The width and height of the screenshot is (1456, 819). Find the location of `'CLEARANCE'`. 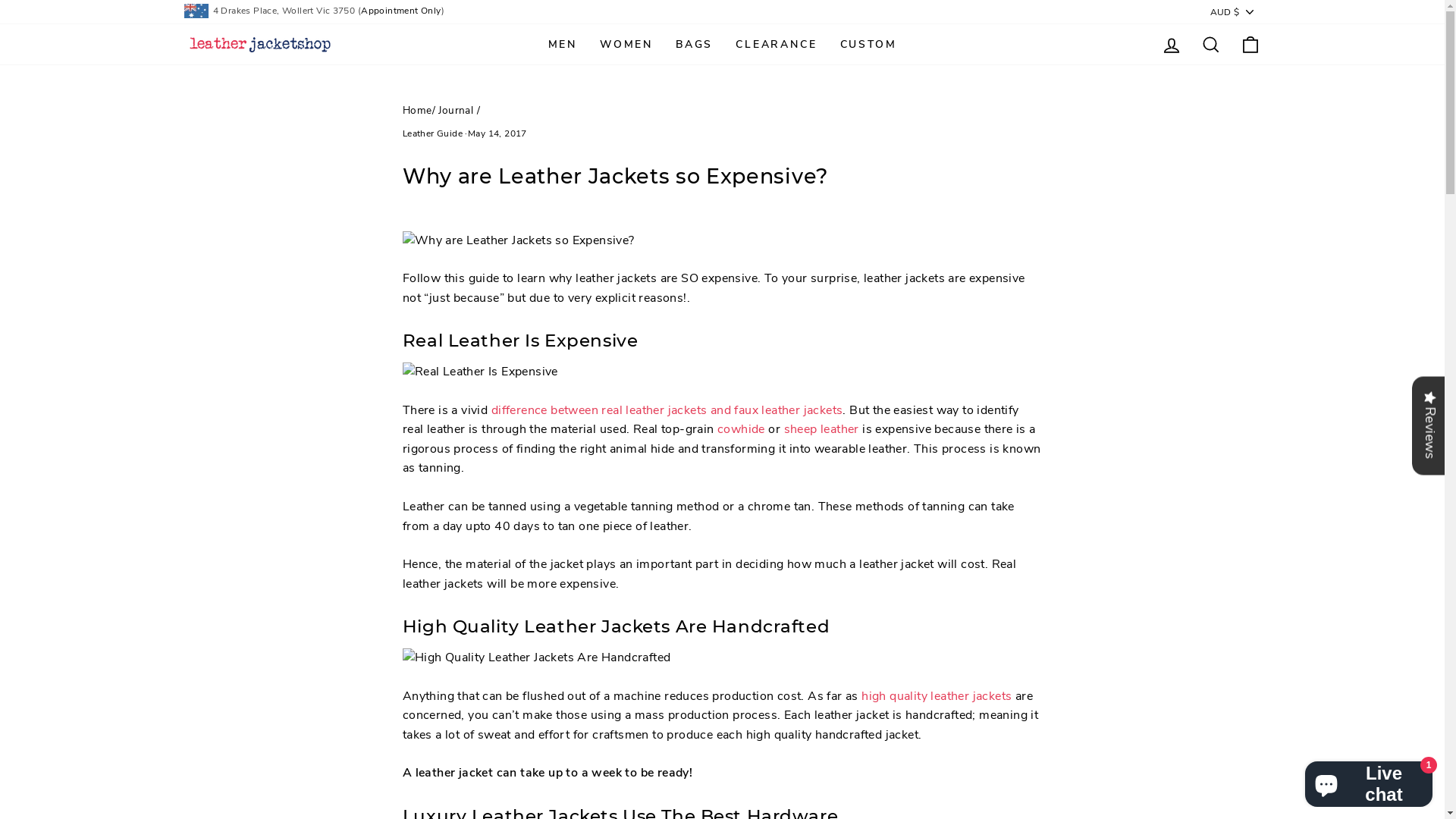

'CLEARANCE' is located at coordinates (776, 43).